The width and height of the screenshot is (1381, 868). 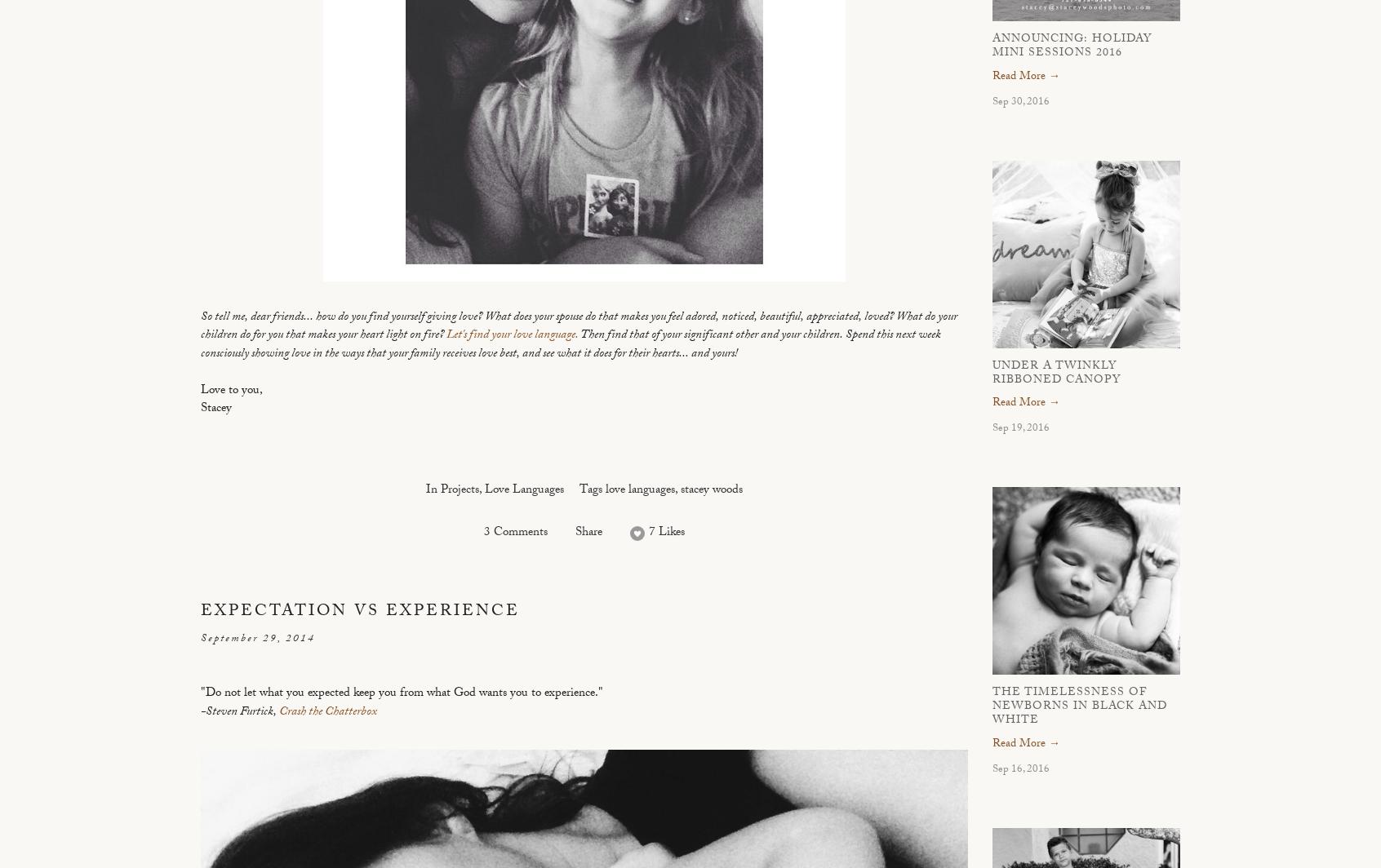 What do you see at coordinates (201, 712) in the screenshot?
I see `'-Steven Furtick,'` at bounding box center [201, 712].